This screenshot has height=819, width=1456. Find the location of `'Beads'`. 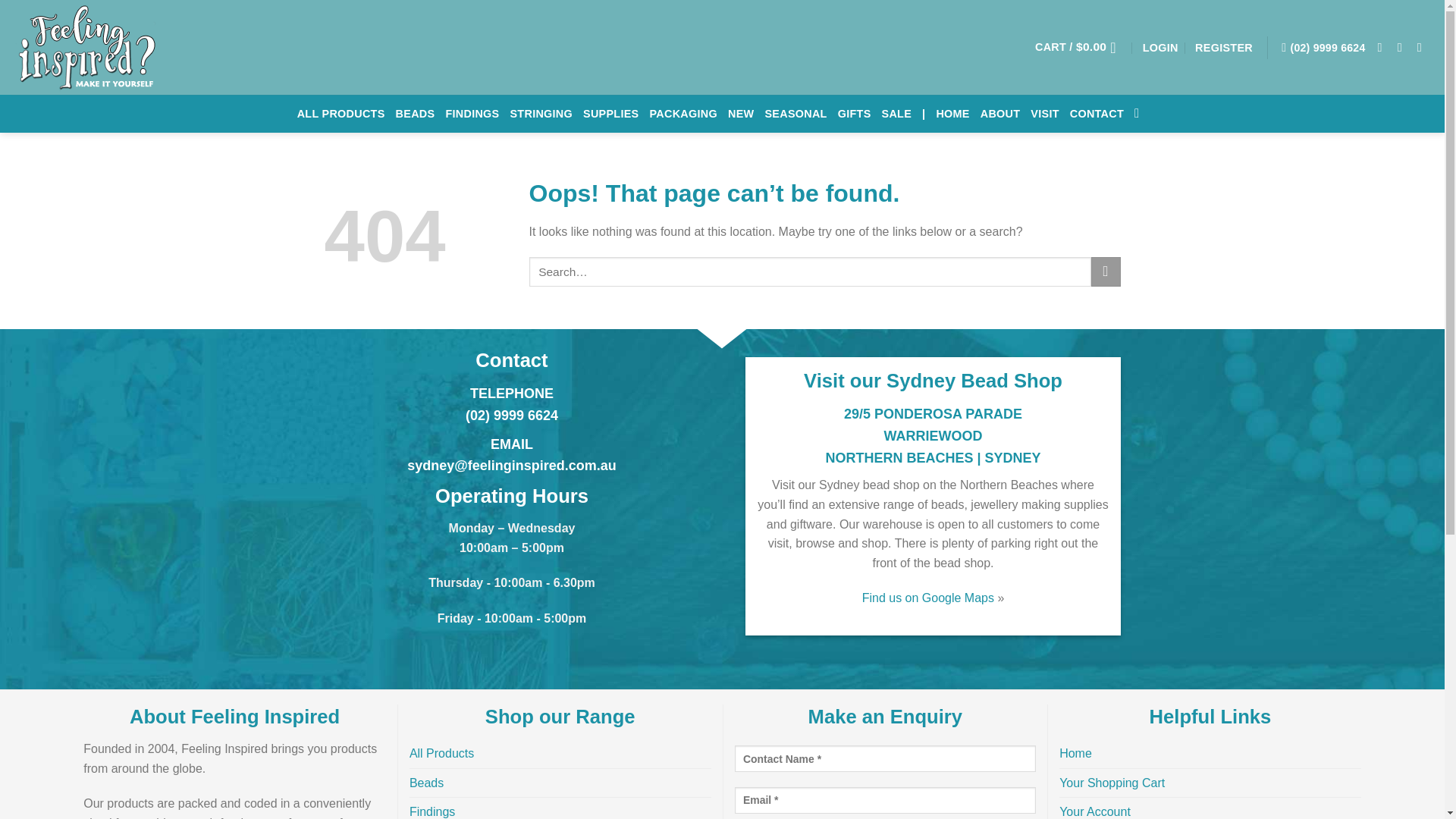

'Beads' is located at coordinates (425, 783).